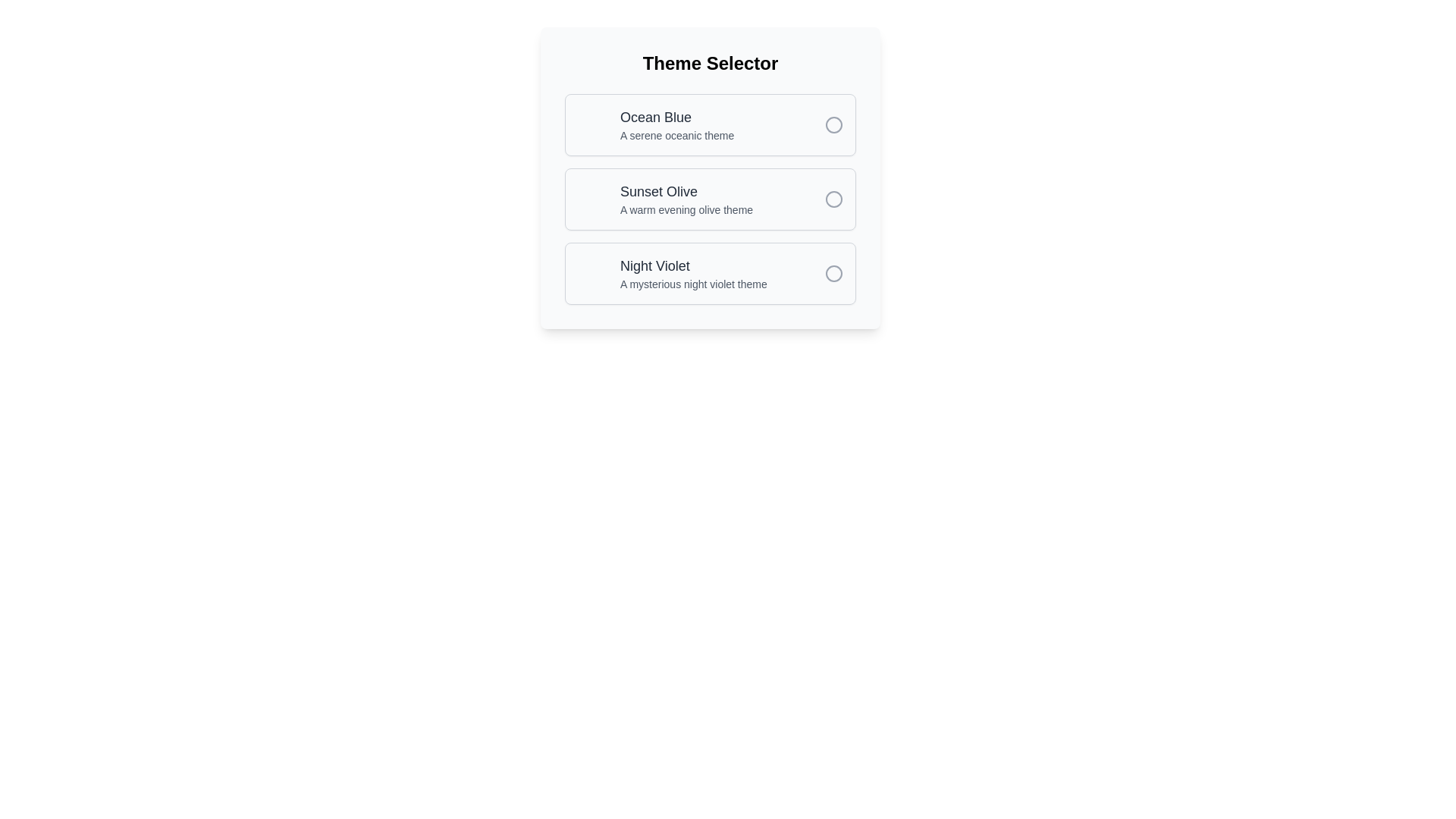 This screenshot has width=1456, height=819. What do you see at coordinates (676, 116) in the screenshot?
I see `the static text label 'Ocean Blue' which is displayed in bold, medium-sized dark gray font, positioned at the top of the first selectable theme option in the theme selection area` at bounding box center [676, 116].